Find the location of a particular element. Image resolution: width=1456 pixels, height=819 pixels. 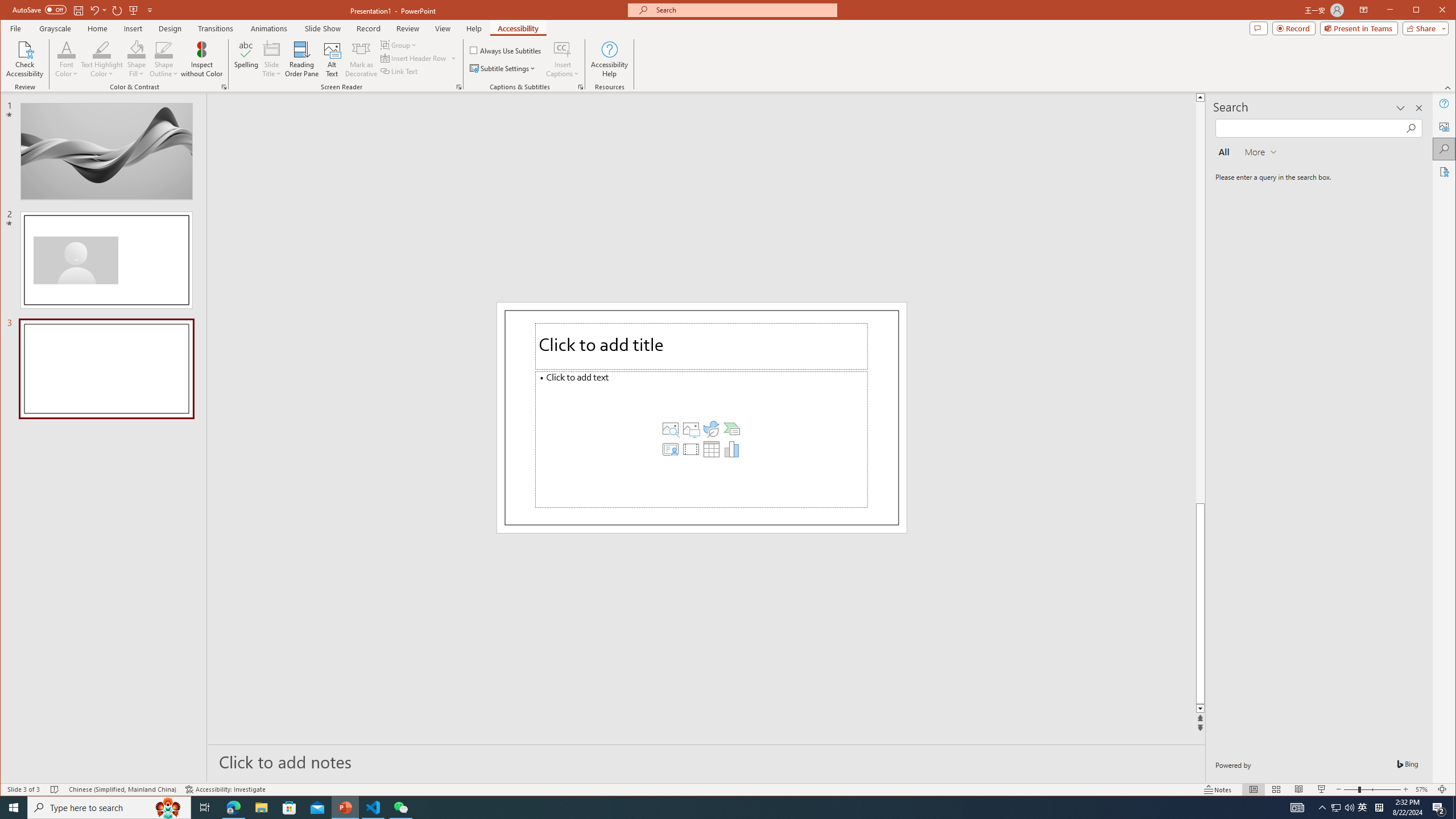

'Shape Outline Blue, Accent 1' is located at coordinates (164, 48).